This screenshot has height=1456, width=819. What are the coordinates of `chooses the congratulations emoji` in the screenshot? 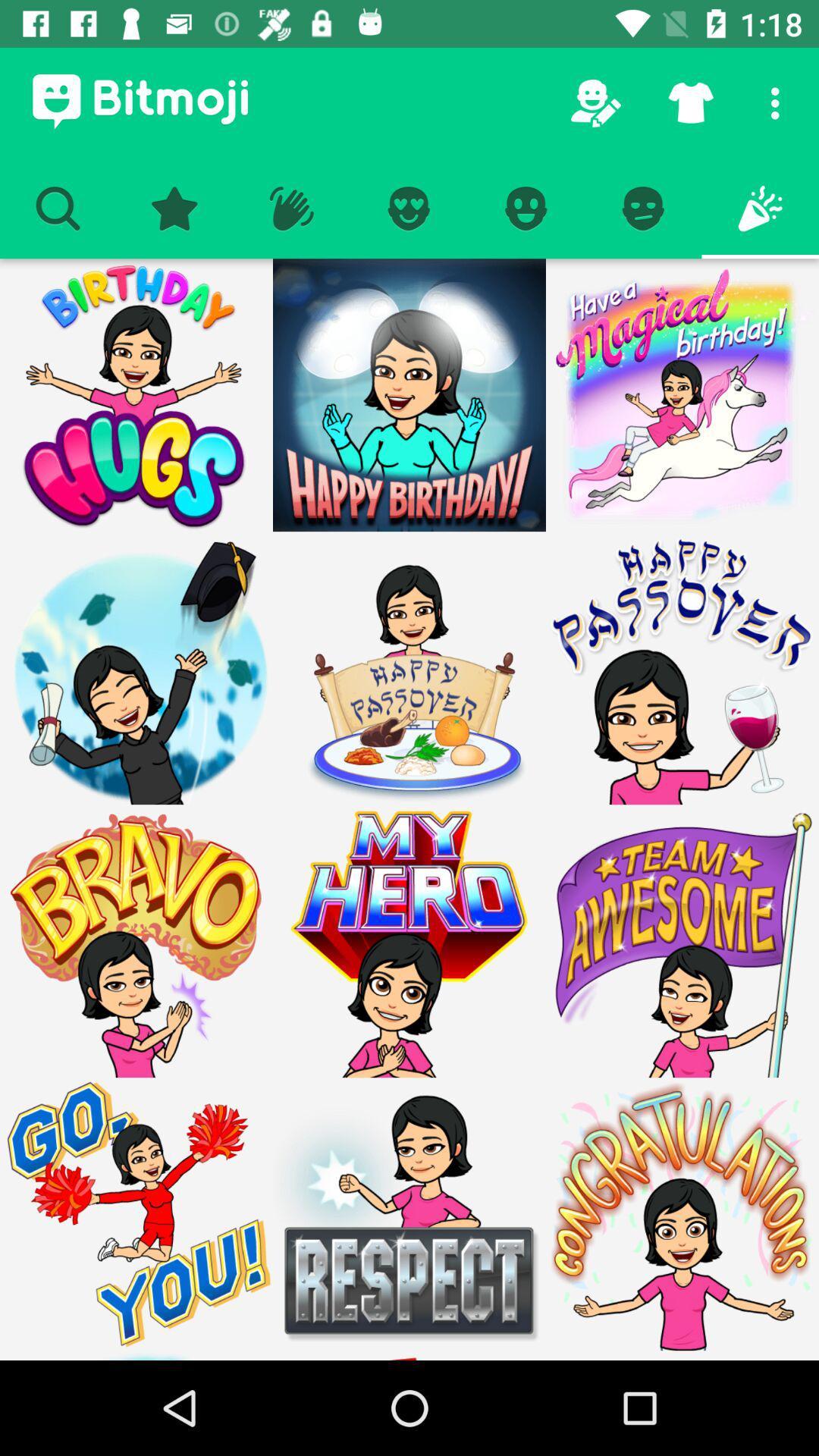 It's located at (681, 1355).